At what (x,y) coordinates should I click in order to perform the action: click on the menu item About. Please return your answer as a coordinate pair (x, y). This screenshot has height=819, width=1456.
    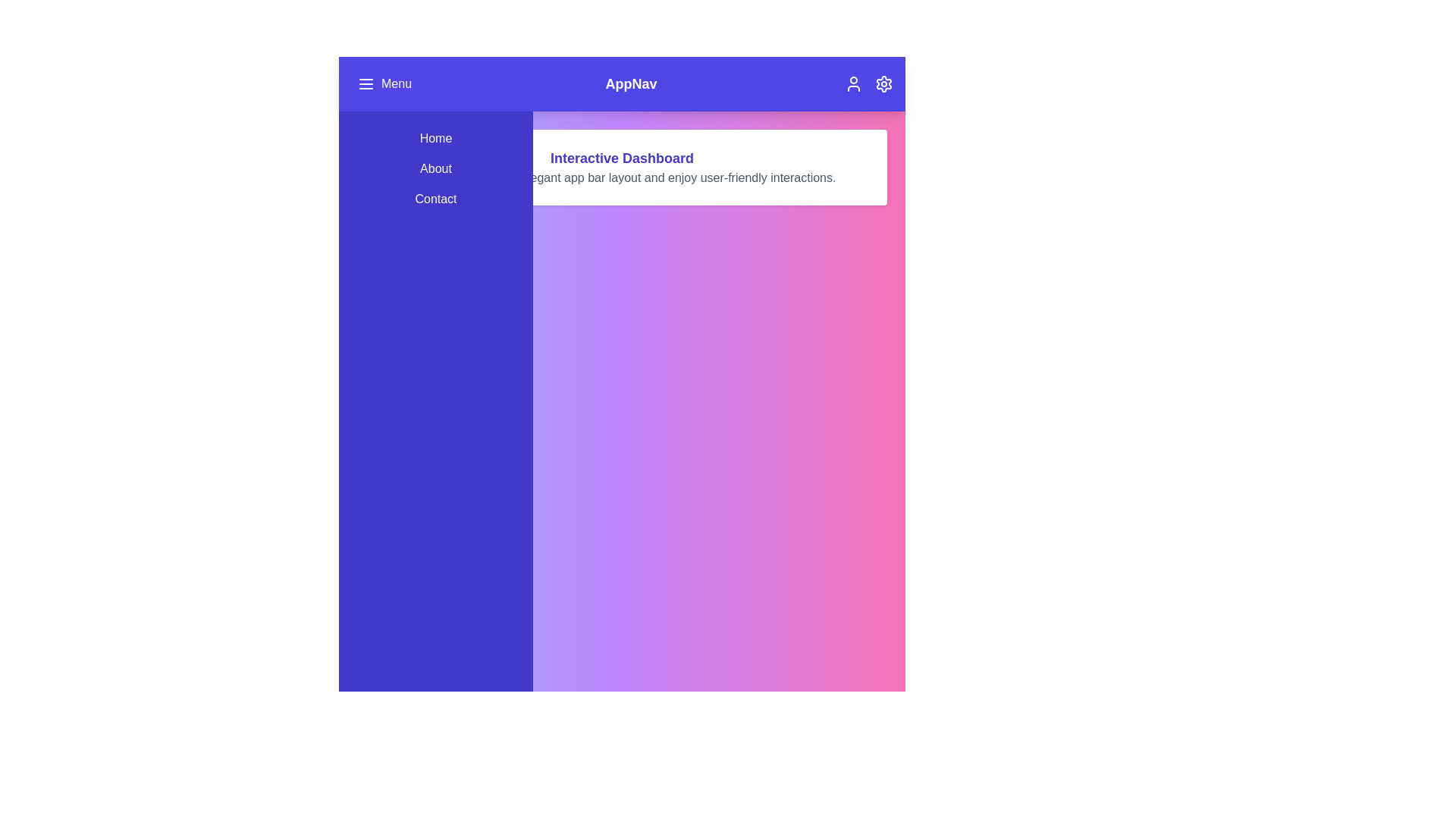
    Looking at the image, I should click on (435, 169).